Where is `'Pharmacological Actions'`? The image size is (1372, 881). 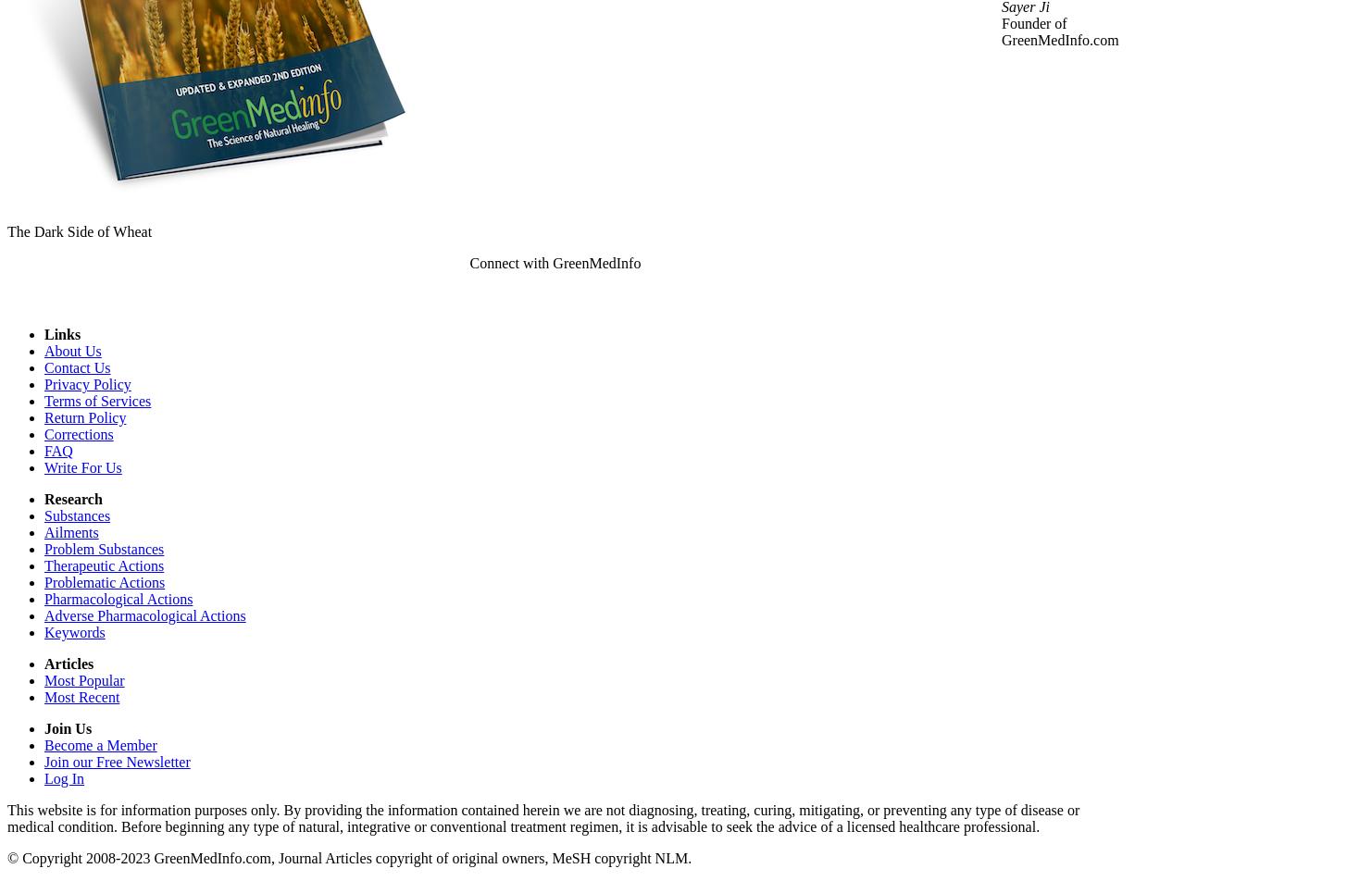
'Pharmacological Actions' is located at coordinates (118, 598).